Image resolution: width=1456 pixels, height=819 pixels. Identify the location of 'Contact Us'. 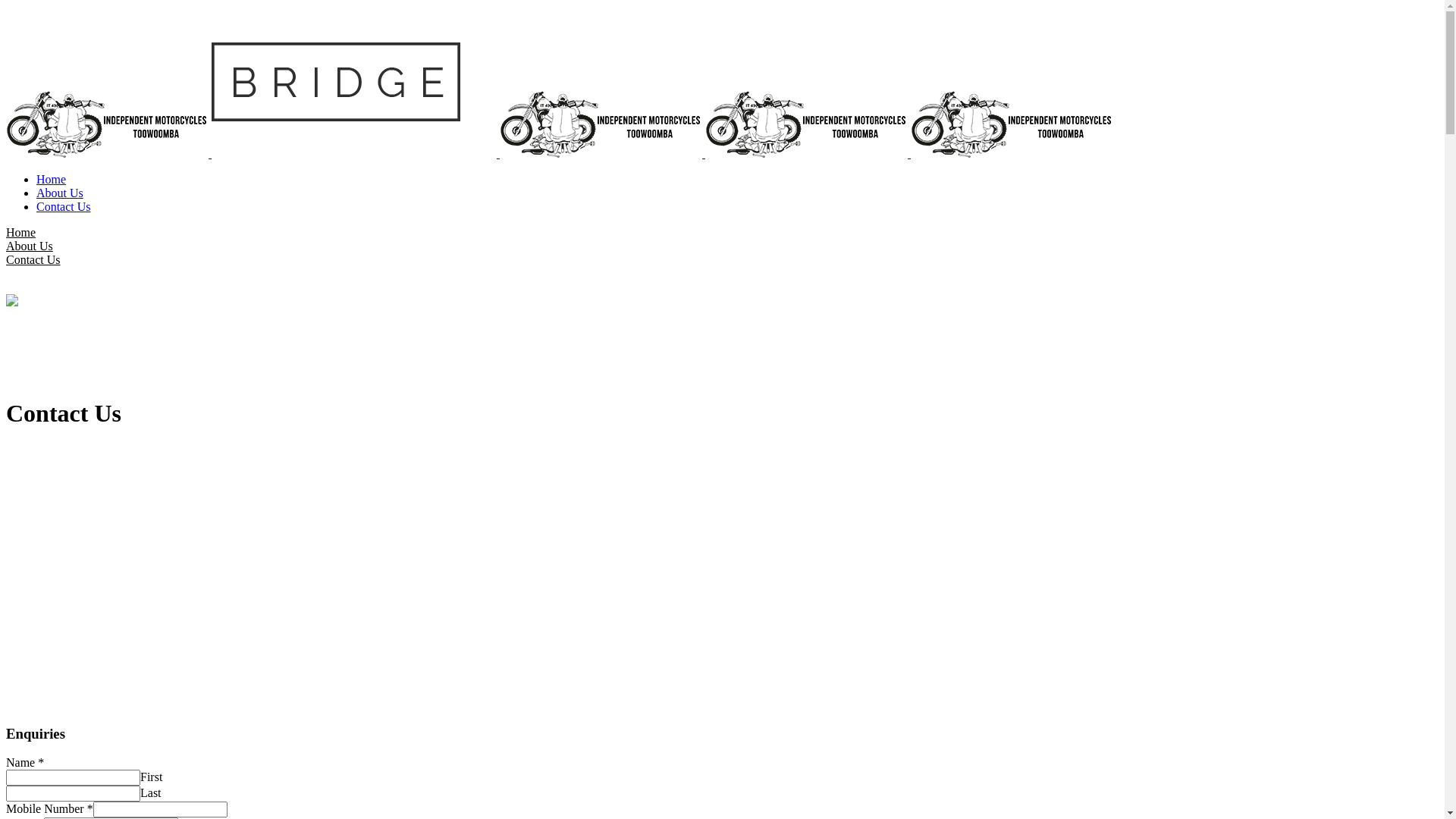
(62, 206).